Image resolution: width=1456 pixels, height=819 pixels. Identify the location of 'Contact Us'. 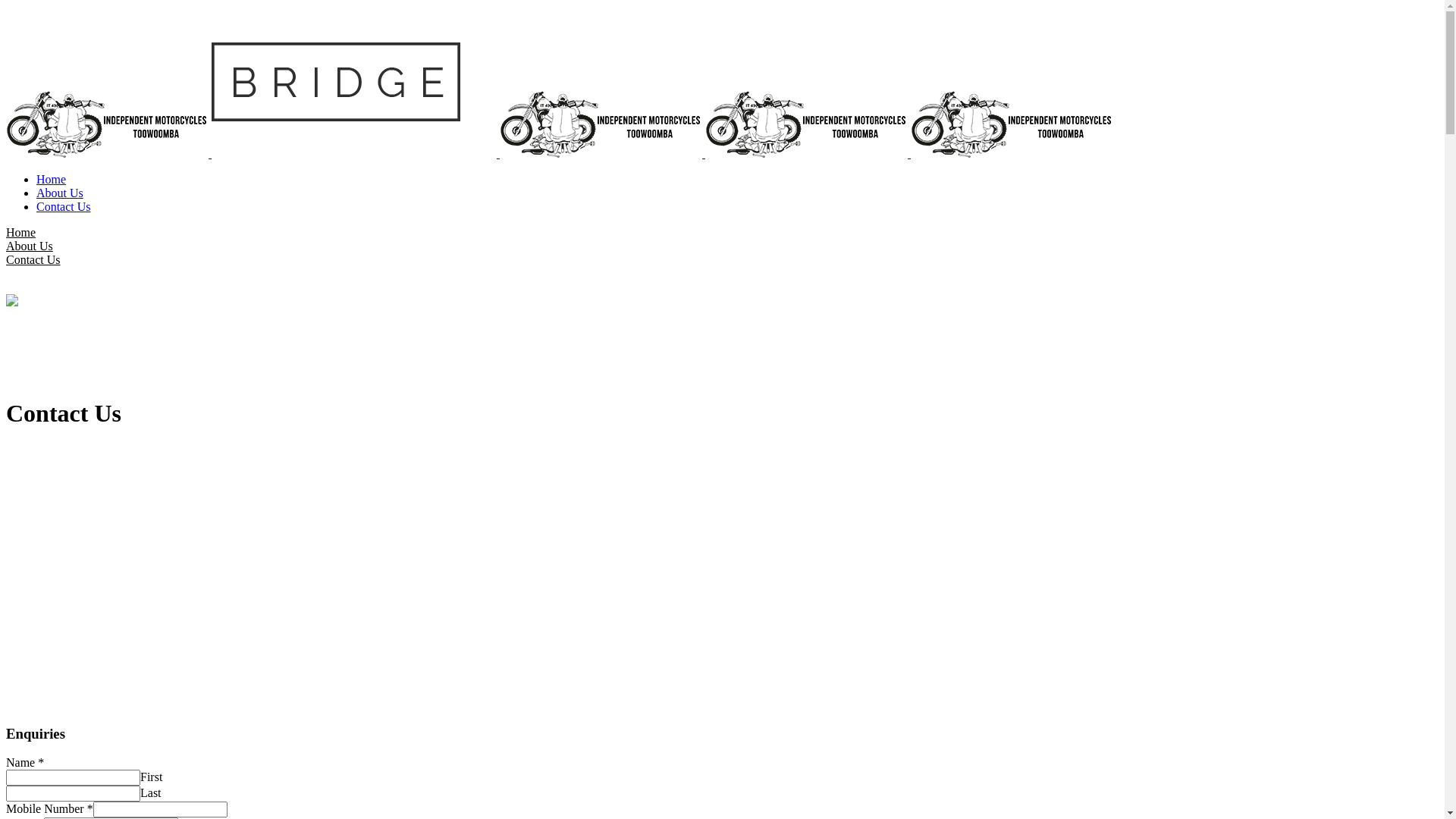
(62, 206).